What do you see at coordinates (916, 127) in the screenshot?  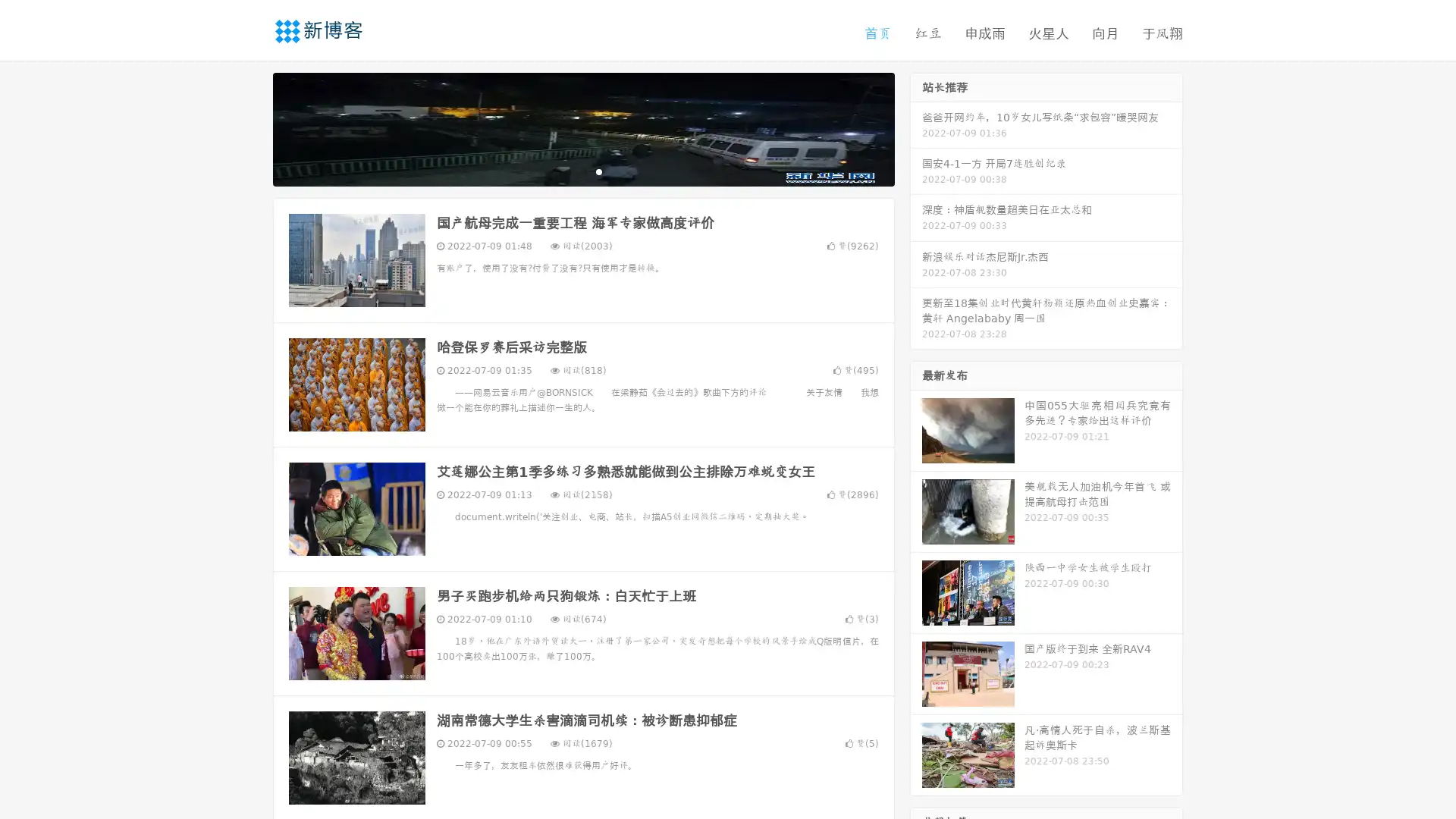 I see `Next slide` at bounding box center [916, 127].